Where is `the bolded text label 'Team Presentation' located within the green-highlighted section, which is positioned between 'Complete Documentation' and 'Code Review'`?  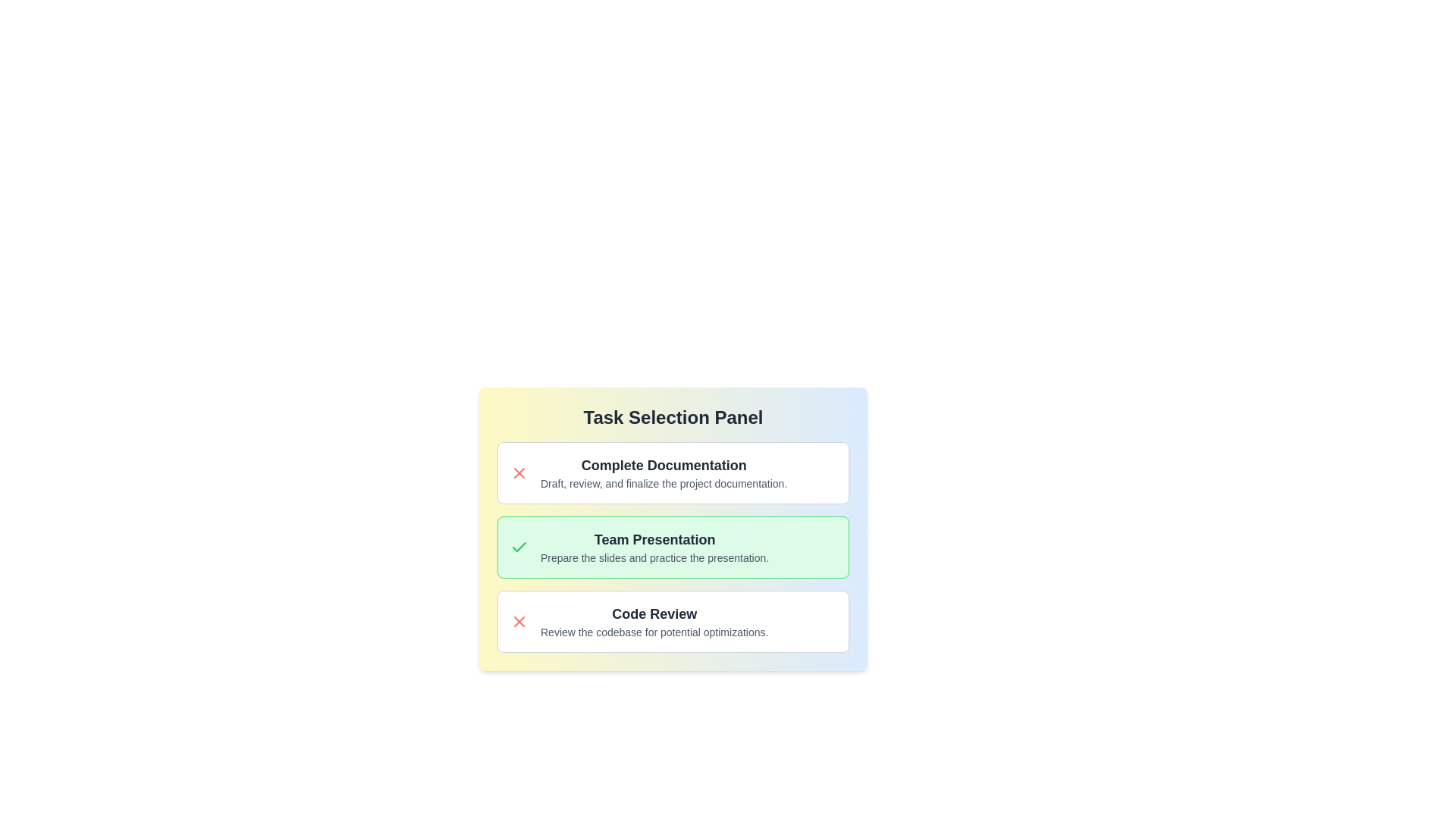
the bolded text label 'Team Presentation' located within the green-highlighted section, which is positioned between 'Complete Documentation' and 'Code Review' is located at coordinates (654, 539).